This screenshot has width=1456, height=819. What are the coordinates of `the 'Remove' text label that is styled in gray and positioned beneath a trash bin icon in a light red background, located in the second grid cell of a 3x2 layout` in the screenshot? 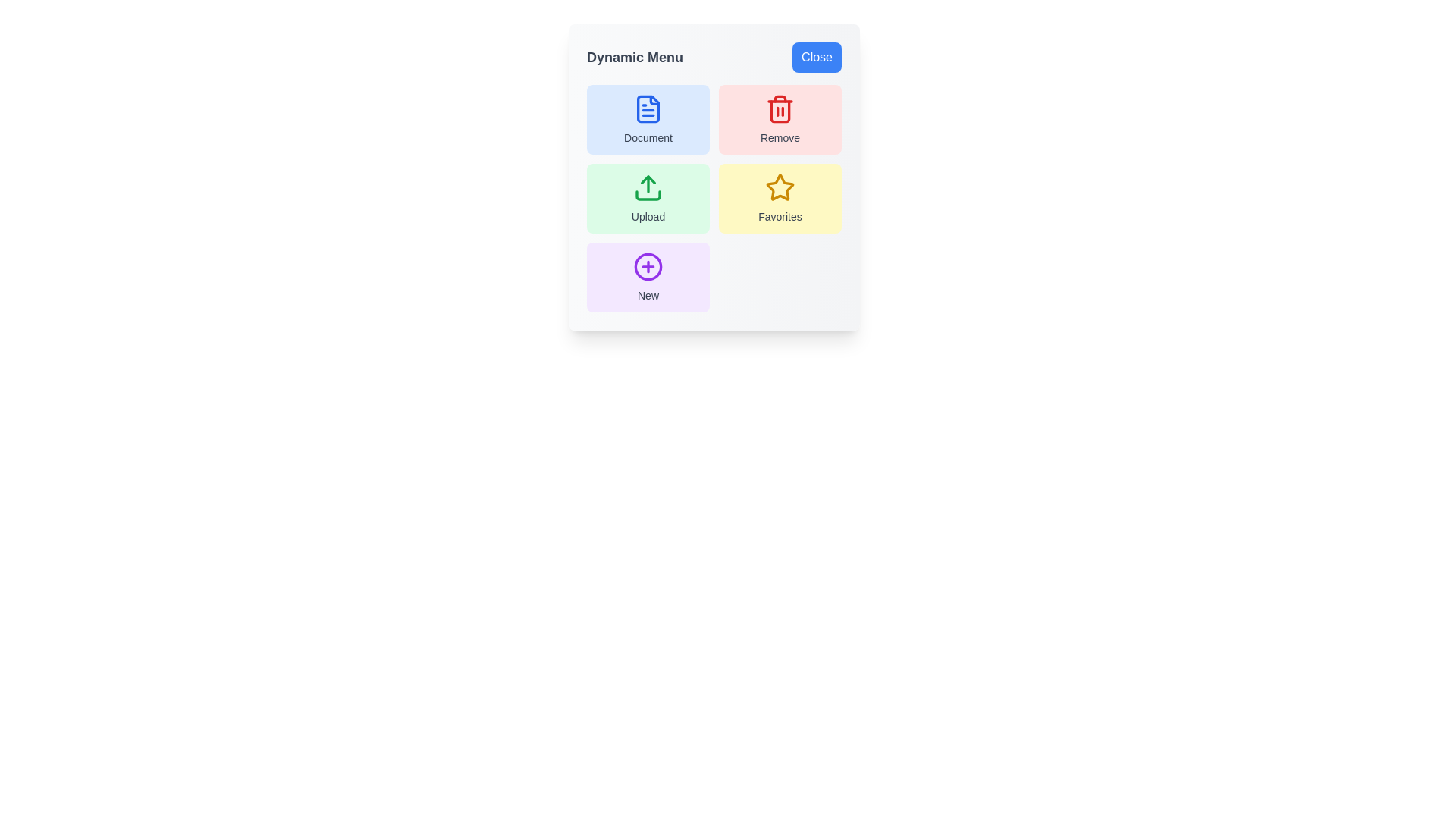 It's located at (780, 137).